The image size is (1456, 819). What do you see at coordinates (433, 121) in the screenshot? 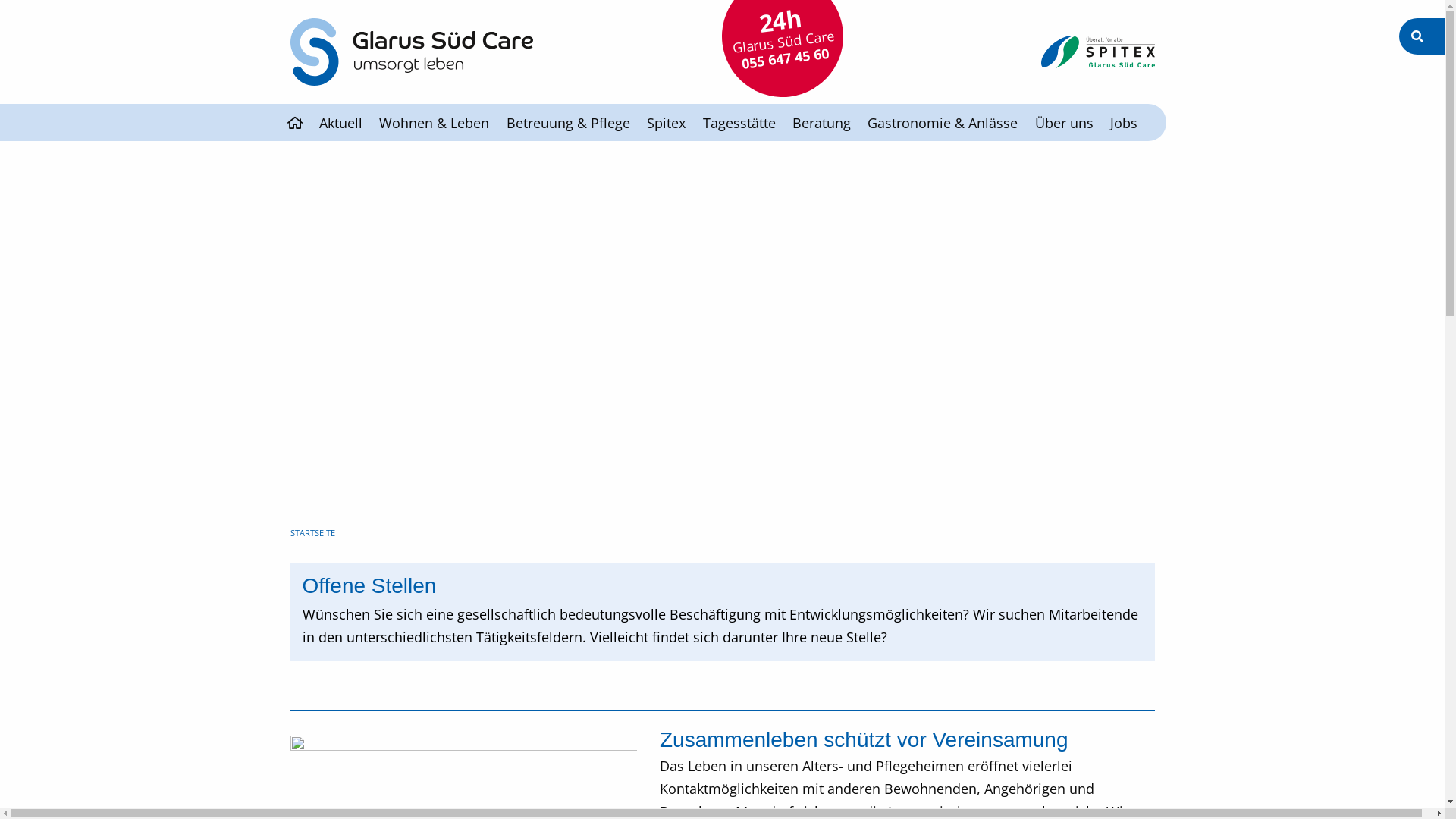
I see `'Wohnen & Leben'` at bounding box center [433, 121].